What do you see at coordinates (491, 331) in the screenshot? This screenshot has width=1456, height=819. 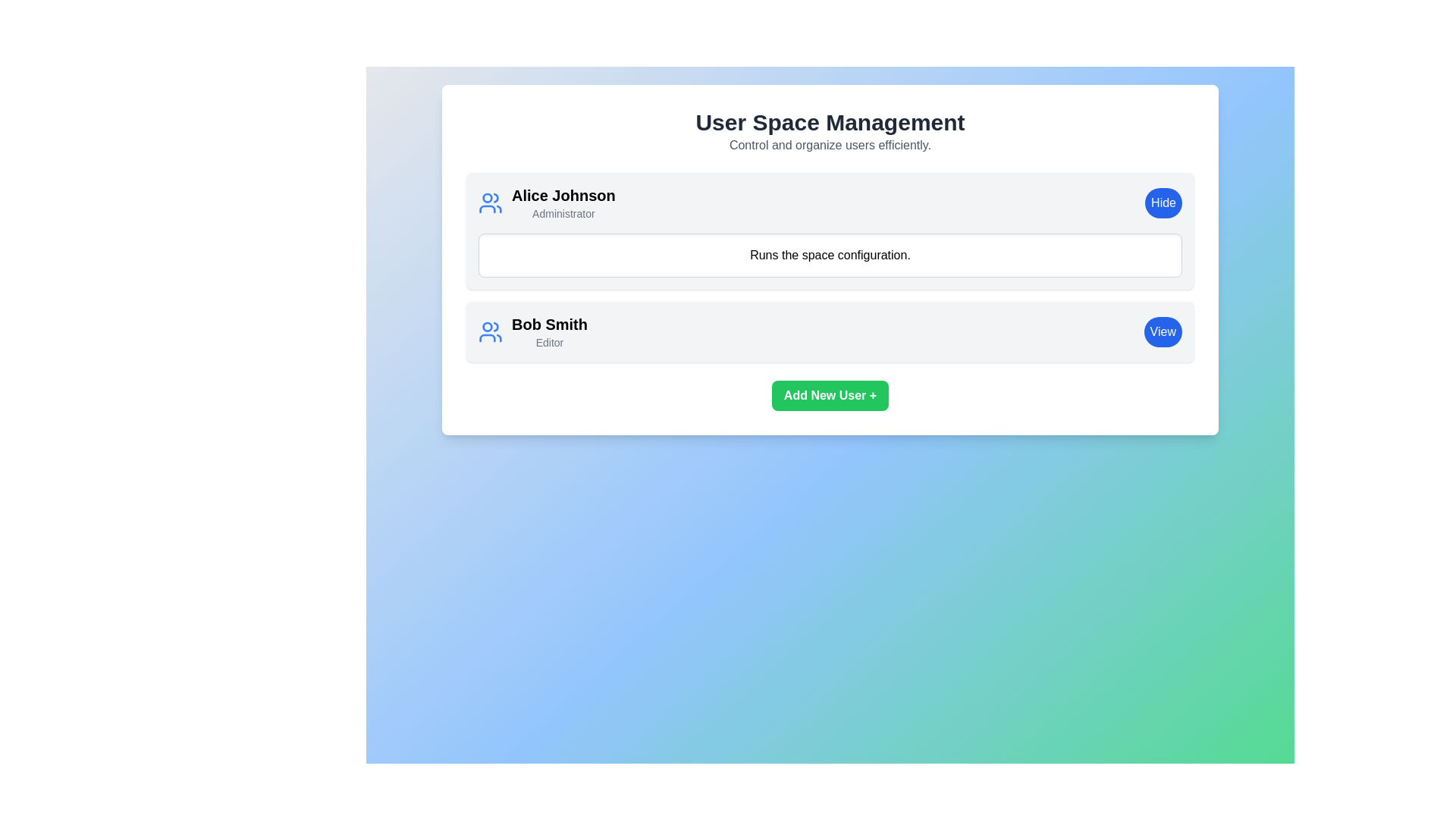 I see `the user role icon located at the leftmost side of the 'Bob Smith Editor' section in the top bar` at bounding box center [491, 331].